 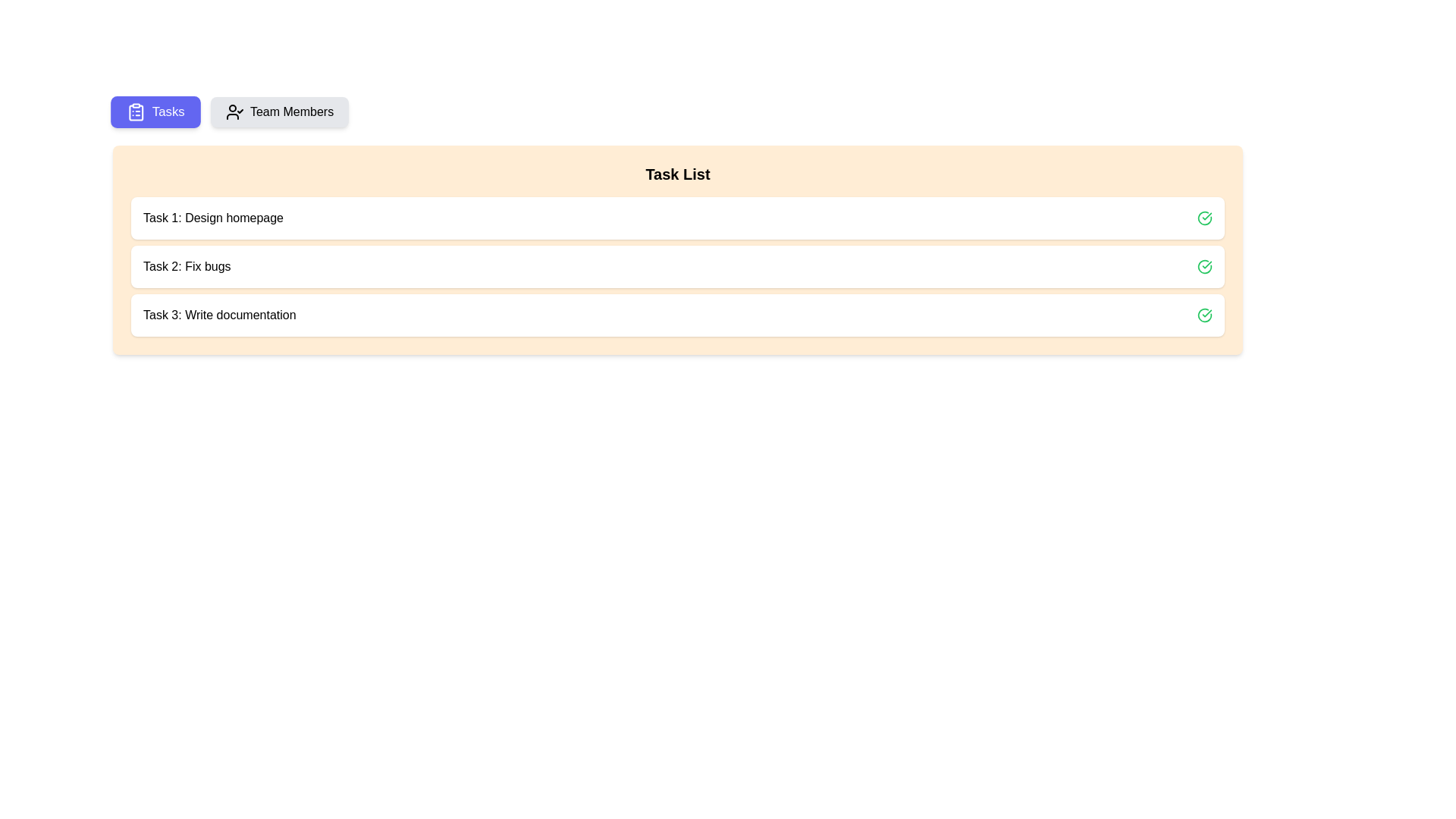 What do you see at coordinates (155, 111) in the screenshot?
I see `the blue button labeled 'Tasks' with a clipboard icon on the left` at bounding box center [155, 111].